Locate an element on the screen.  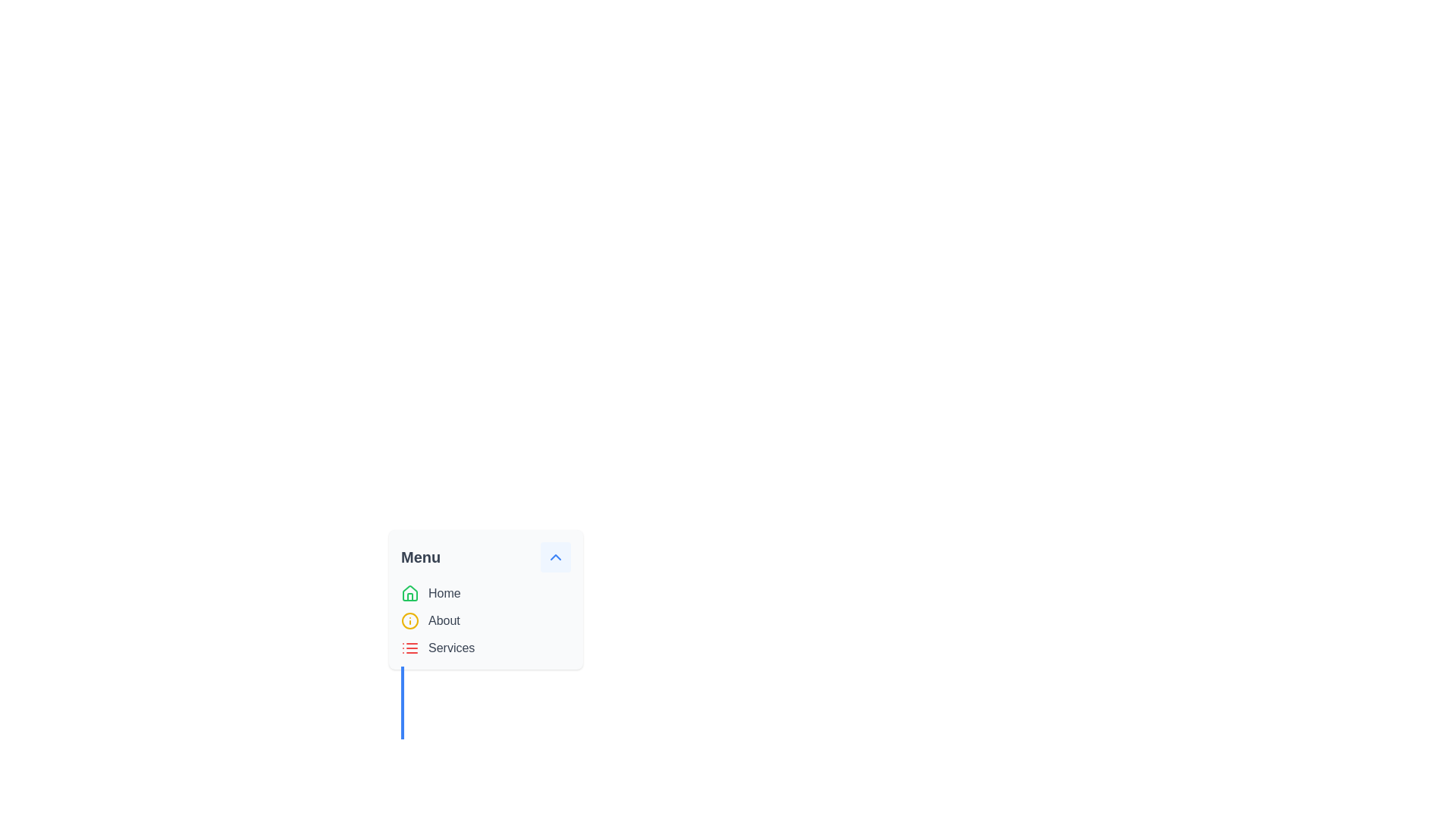
the 'Menu' static text label, which is prominently displayed in bold and large gray font, serving as a title for the dropdown menu items is located at coordinates (421, 557).